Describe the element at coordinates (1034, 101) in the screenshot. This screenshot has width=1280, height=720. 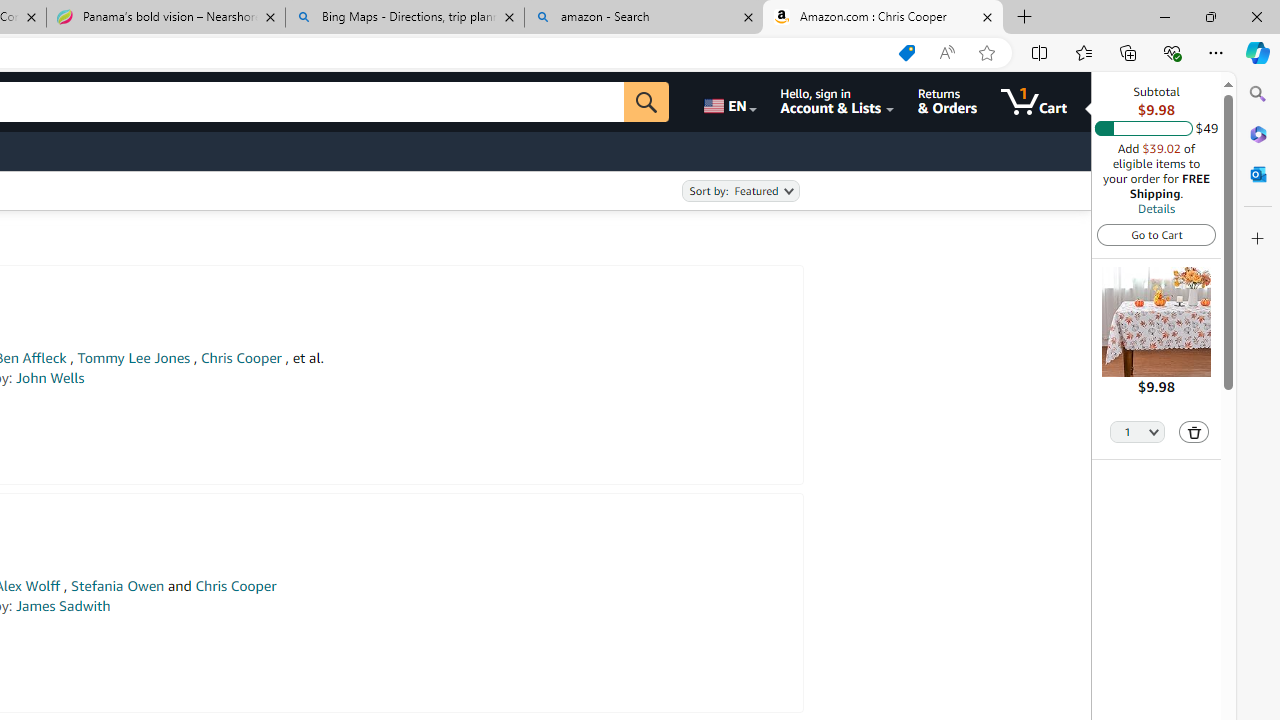
I see `'1 item in cart'` at that location.